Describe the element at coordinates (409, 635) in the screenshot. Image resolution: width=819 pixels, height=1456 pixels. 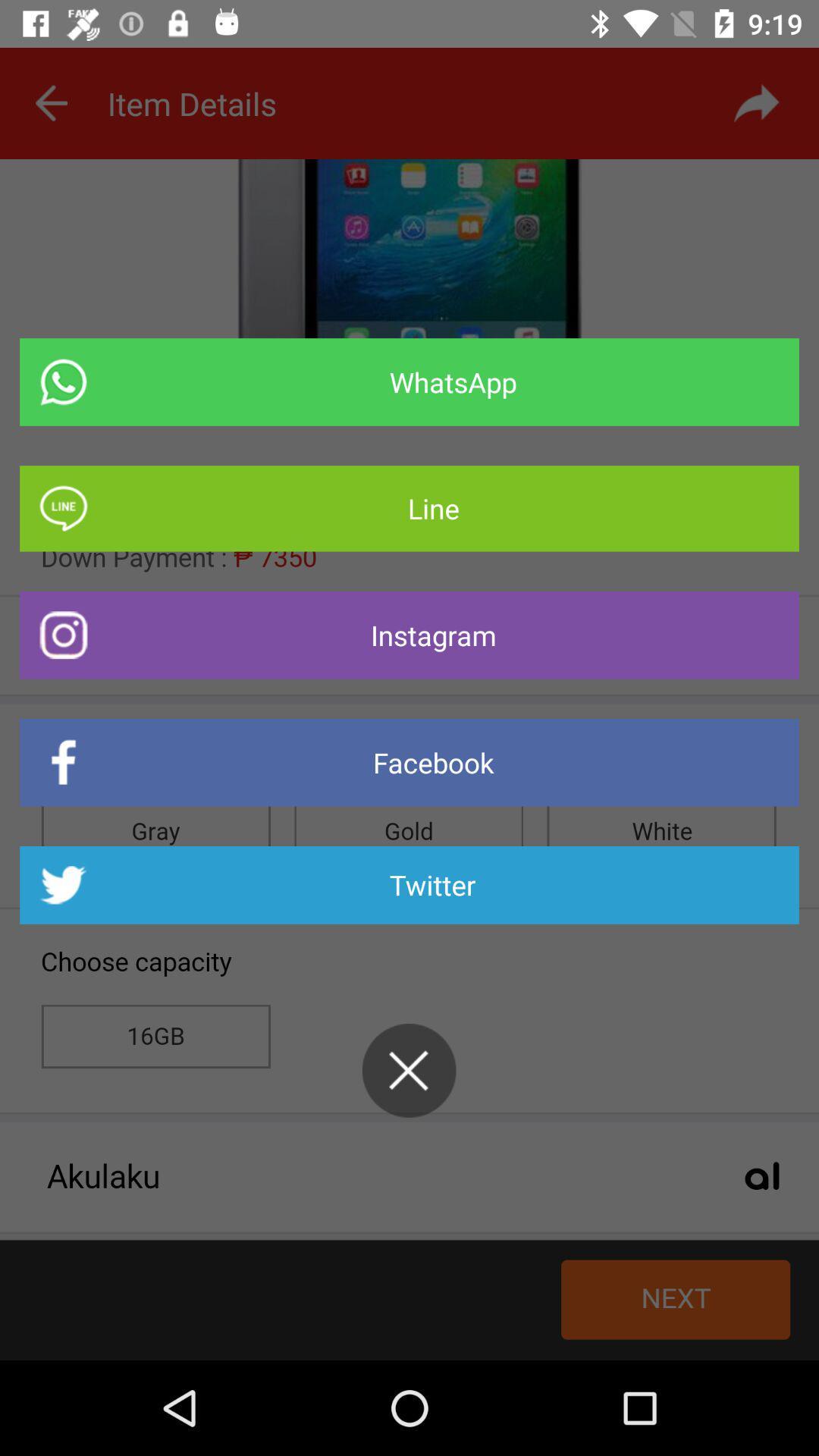
I see `instagram icon` at that location.